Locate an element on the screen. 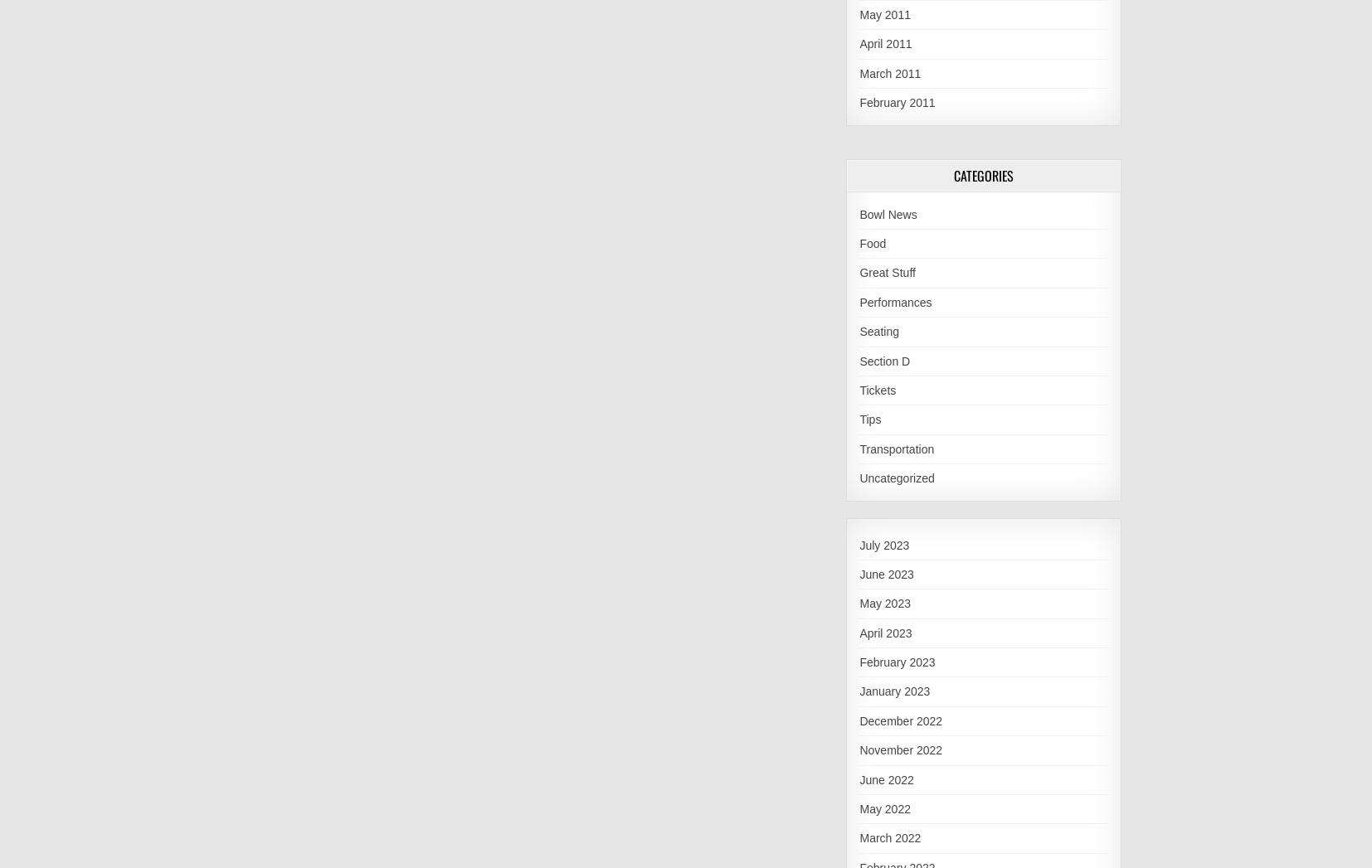 The height and width of the screenshot is (868, 1372). 'January 2023' is located at coordinates (893, 691).